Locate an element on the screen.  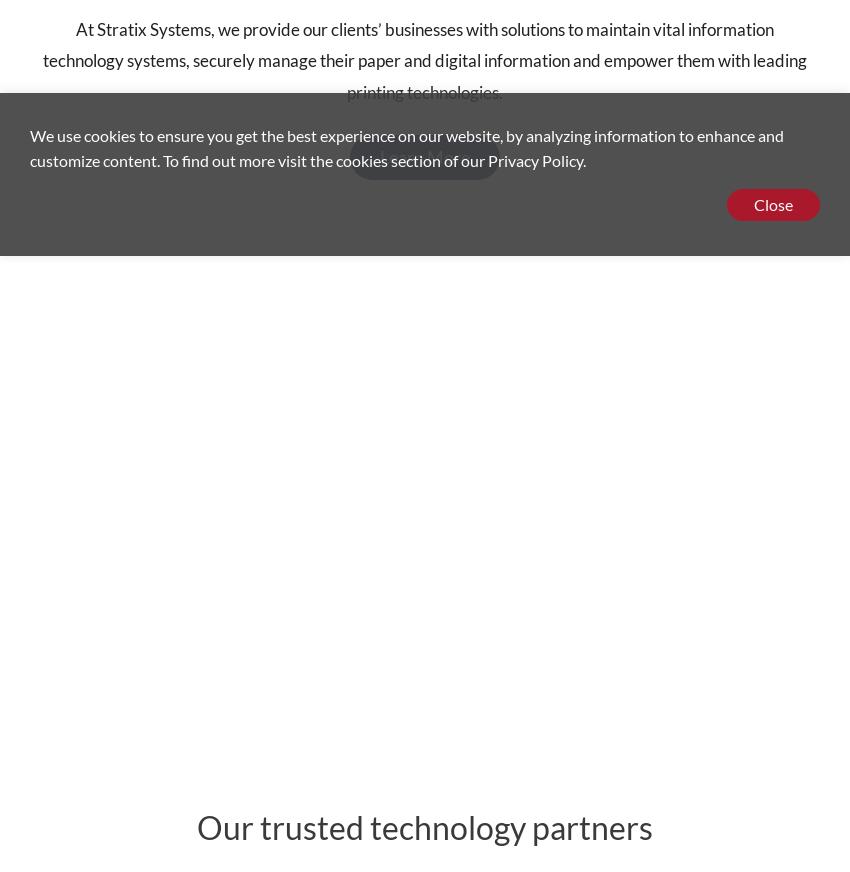
'Close' is located at coordinates (771, 204).